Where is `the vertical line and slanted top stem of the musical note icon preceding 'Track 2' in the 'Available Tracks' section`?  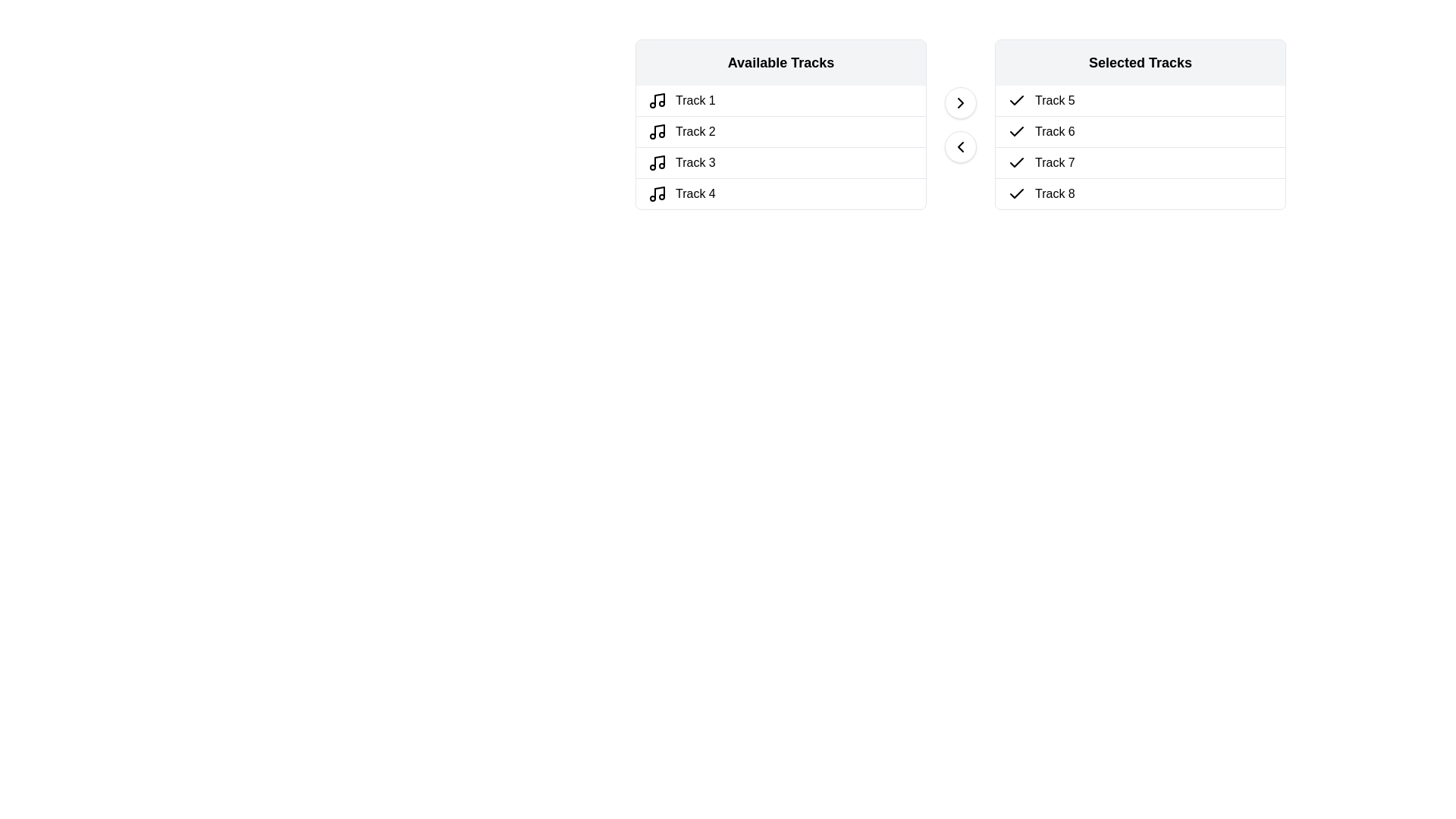
the vertical line and slanted top stem of the musical note icon preceding 'Track 2' in the 'Available Tracks' section is located at coordinates (659, 130).